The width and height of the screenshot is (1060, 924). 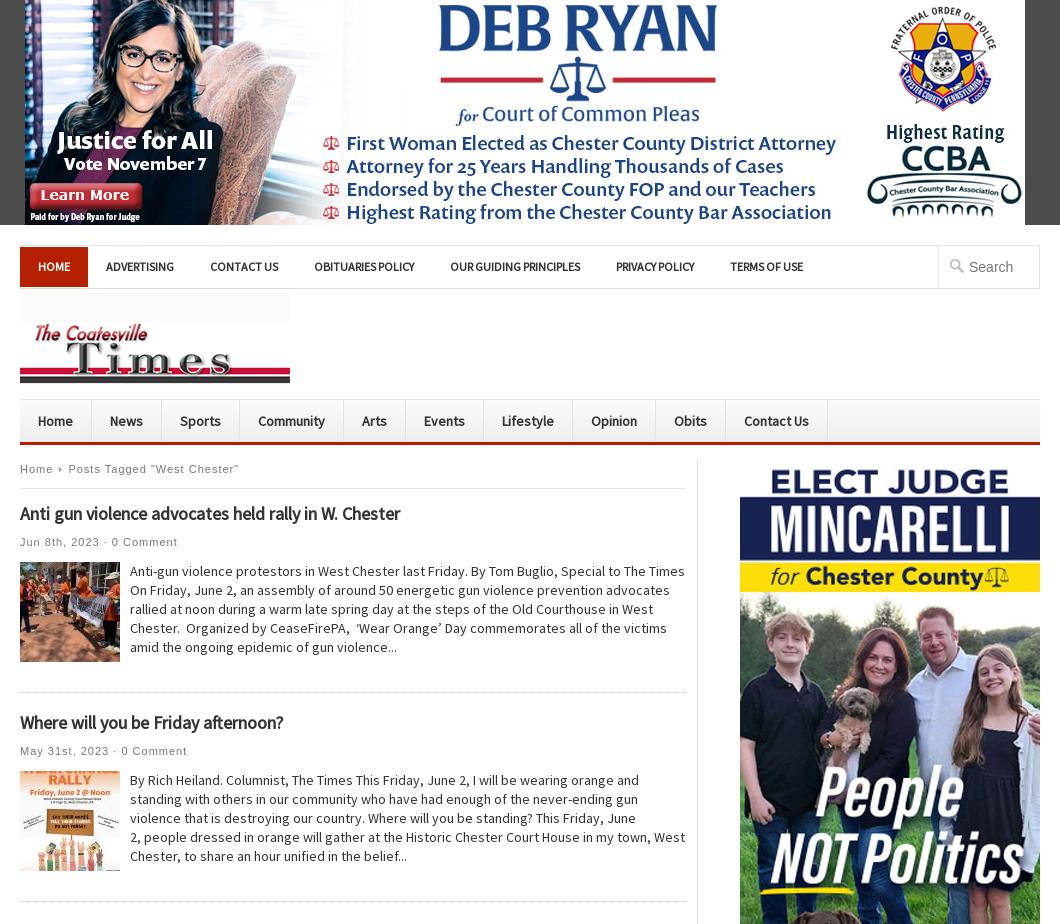 I want to click on 'By Rich Heiland. Columnist, The Times
This Friday, June 2, I will be wearing orange and standing with others in our community who have had enough of the never-ending gun violence that is destroying our country. Where will you be standing?


This Friday, June 2, people dressed in orange will gather at the Historic Chester Court House in my town, West Chester, to share an hour unified in the belief...', so click(x=406, y=818).